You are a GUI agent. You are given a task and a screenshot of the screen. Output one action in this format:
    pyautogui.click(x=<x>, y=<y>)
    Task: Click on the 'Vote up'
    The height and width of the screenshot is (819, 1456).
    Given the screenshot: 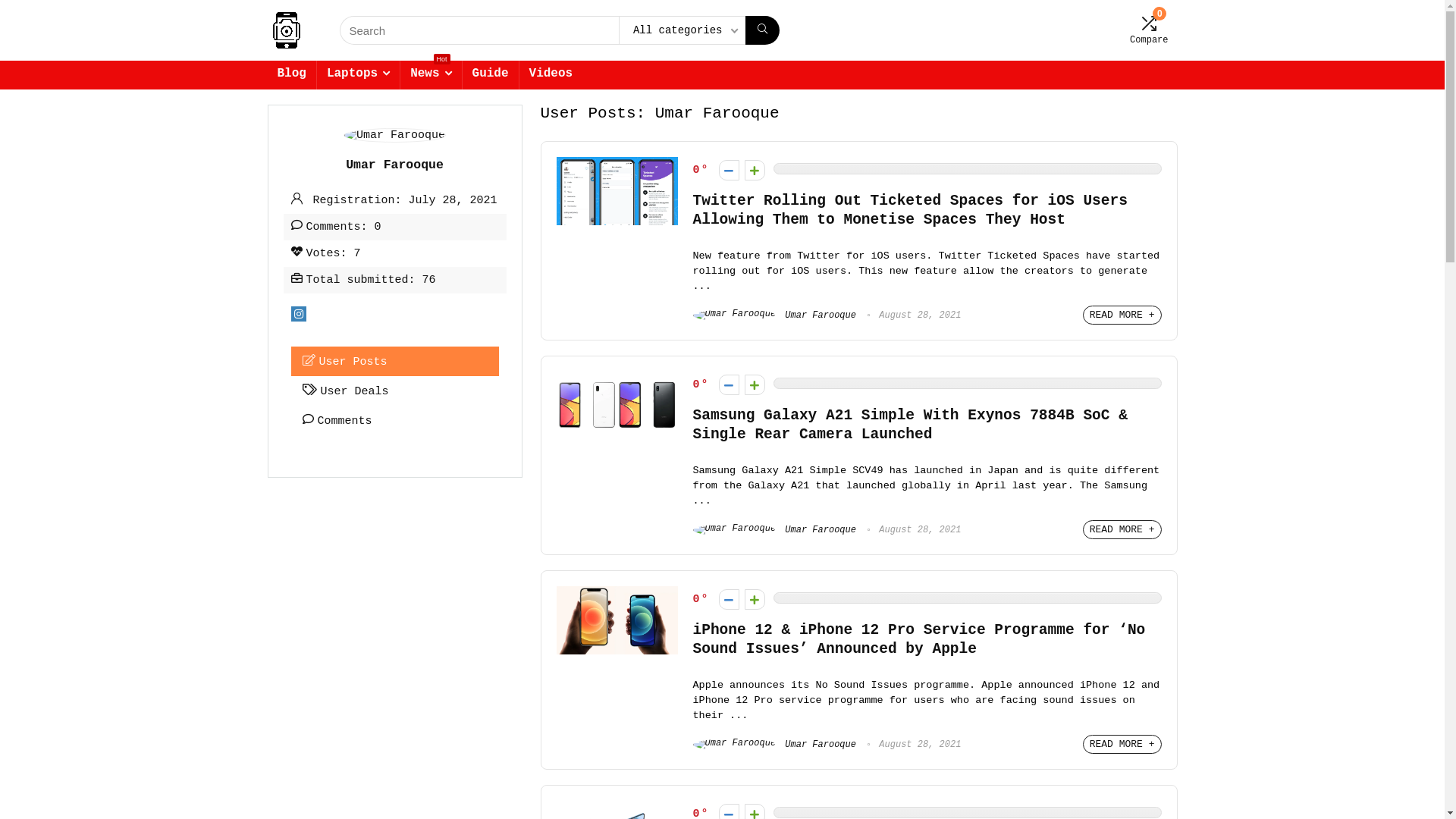 What is the action you would take?
    pyautogui.click(x=755, y=170)
    